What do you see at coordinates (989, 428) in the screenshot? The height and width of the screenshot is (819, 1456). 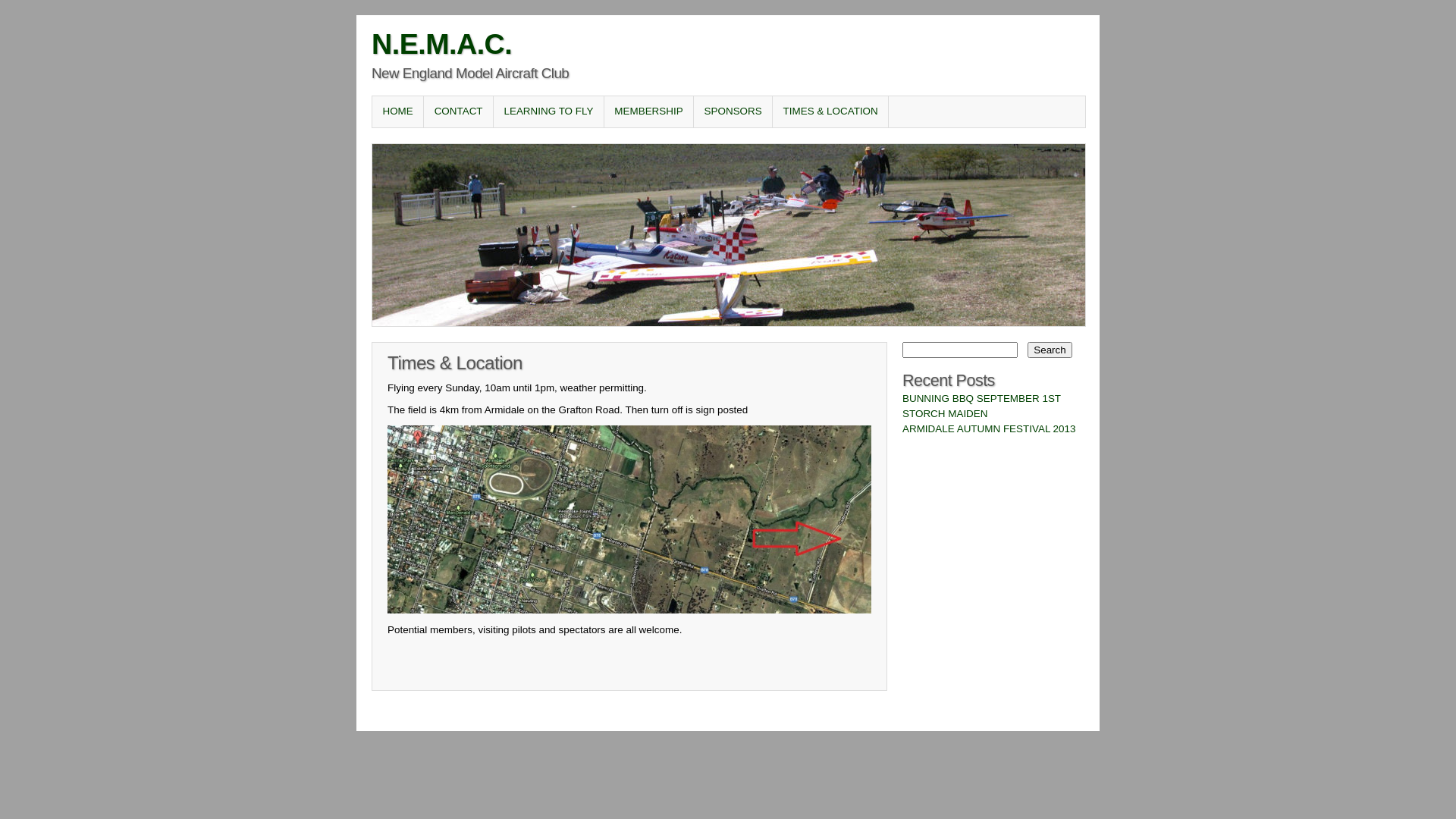 I see `'ARMIDALE AUTUMN FESTIVAL 2013'` at bounding box center [989, 428].